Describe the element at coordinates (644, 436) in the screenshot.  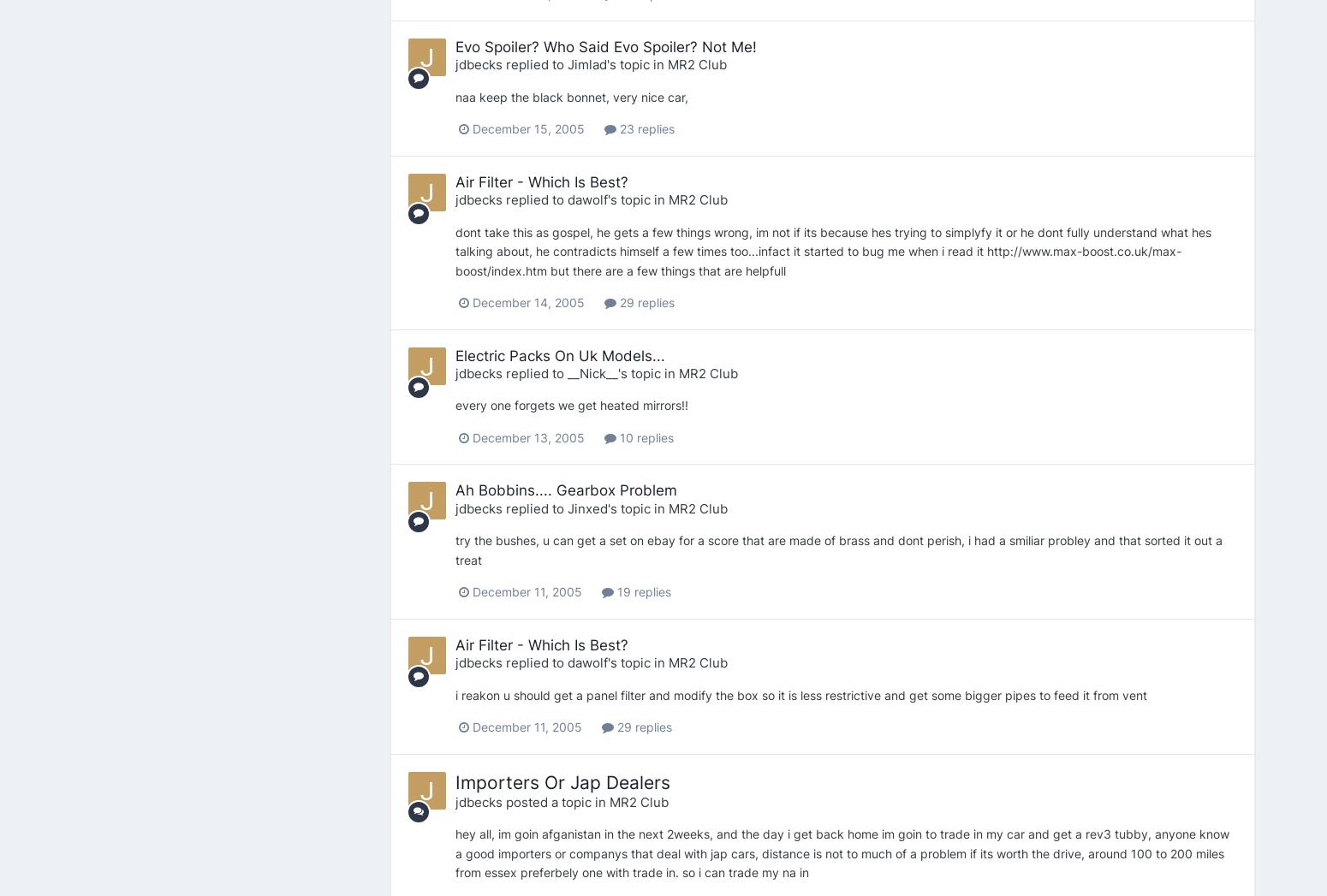
I see `'10 replies'` at that location.